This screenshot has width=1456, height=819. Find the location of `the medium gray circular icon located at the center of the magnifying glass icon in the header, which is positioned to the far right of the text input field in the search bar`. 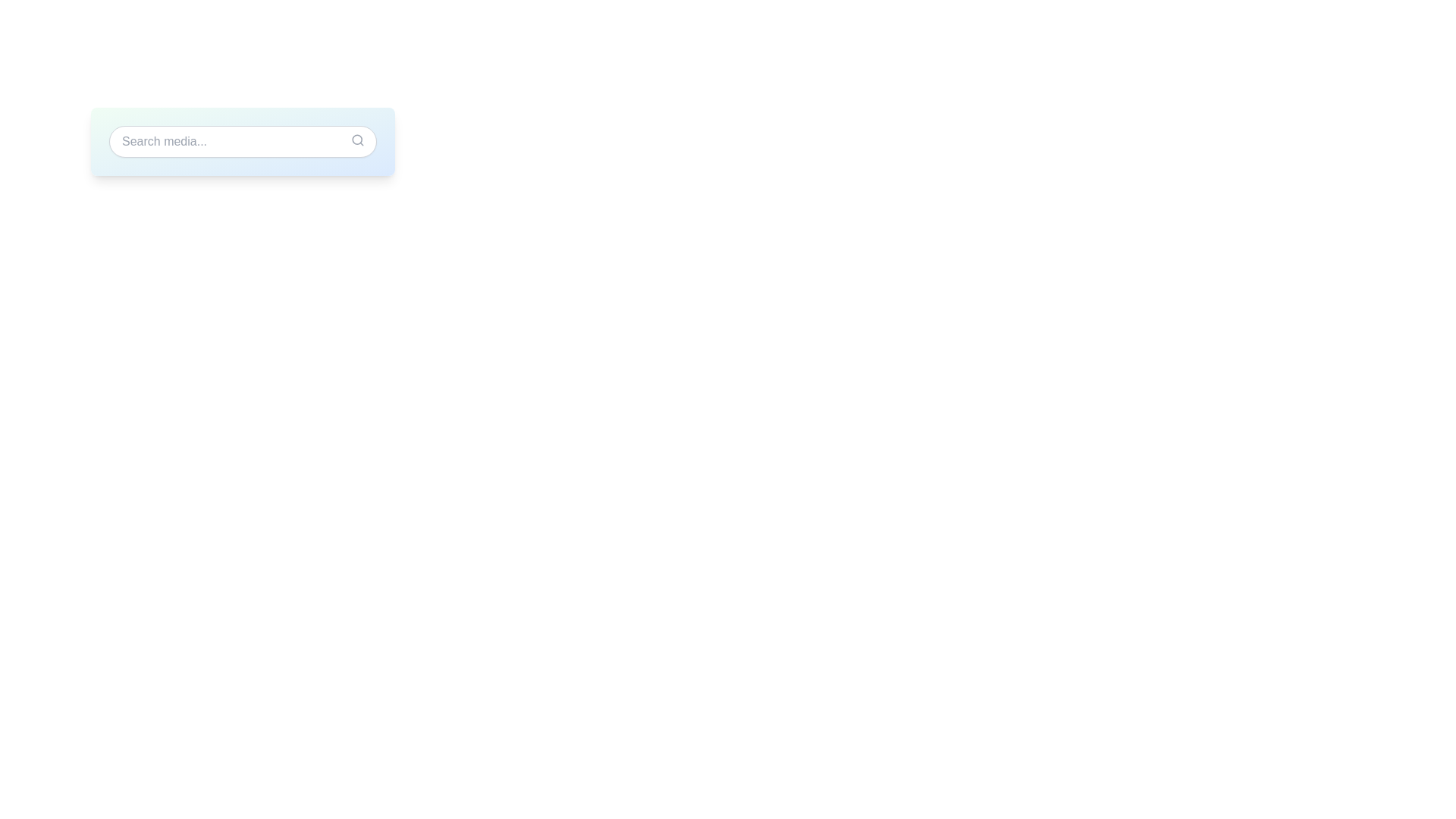

the medium gray circular icon located at the center of the magnifying glass icon in the header, which is positioned to the far right of the text input field in the search bar is located at coordinates (356, 140).